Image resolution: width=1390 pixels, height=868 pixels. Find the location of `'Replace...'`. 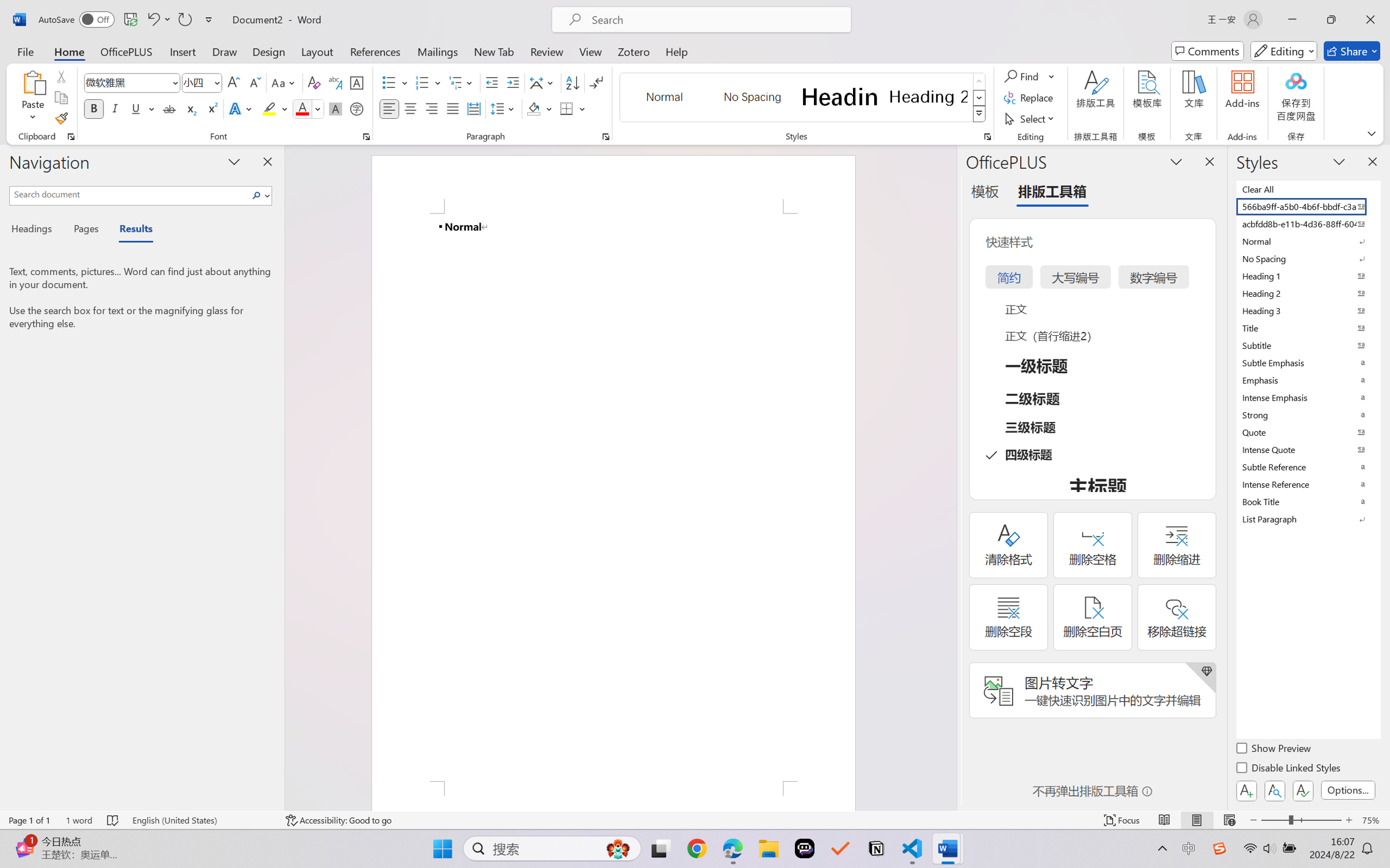

'Replace...' is located at coordinates (1029, 98).